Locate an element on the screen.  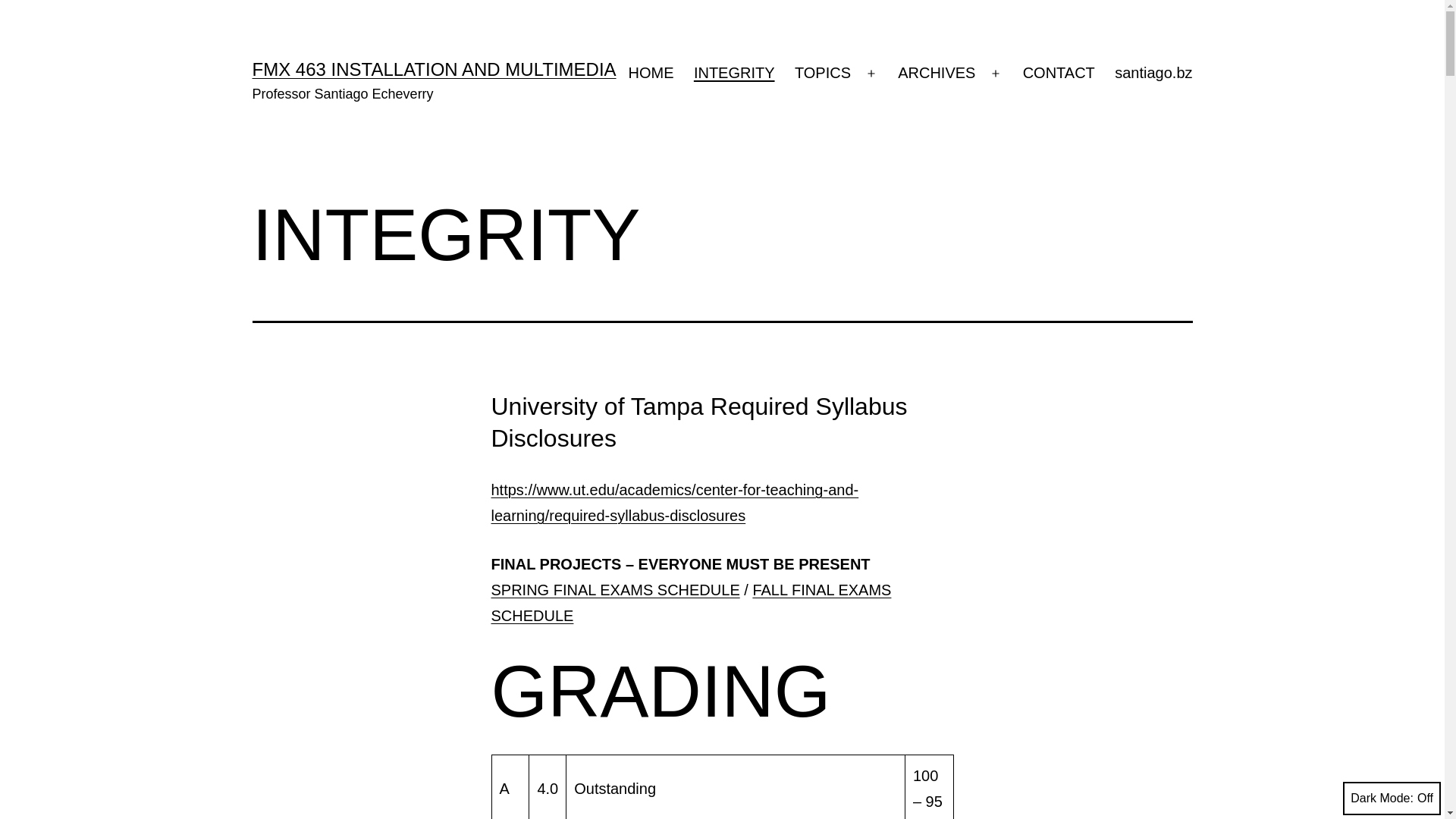
'Dark Mode:' is located at coordinates (1392, 798).